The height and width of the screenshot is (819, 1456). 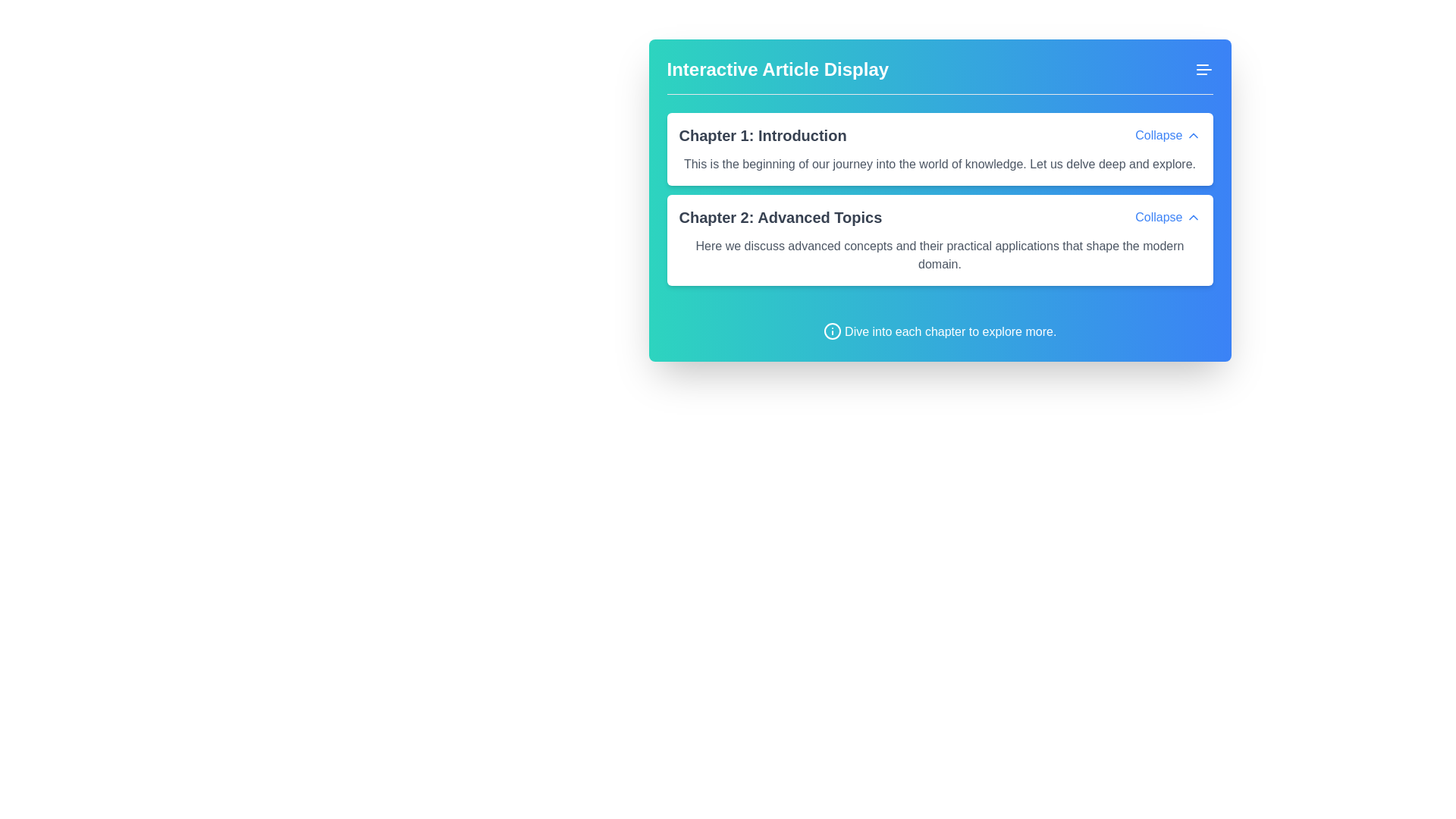 What do you see at coordinates (1203, 70) in the screenshot?
I see `the small, white 'hamburger' menu icon located in the upper-right corner of the 'Interactive Article Display' area` at bounding box center [1203, 70].